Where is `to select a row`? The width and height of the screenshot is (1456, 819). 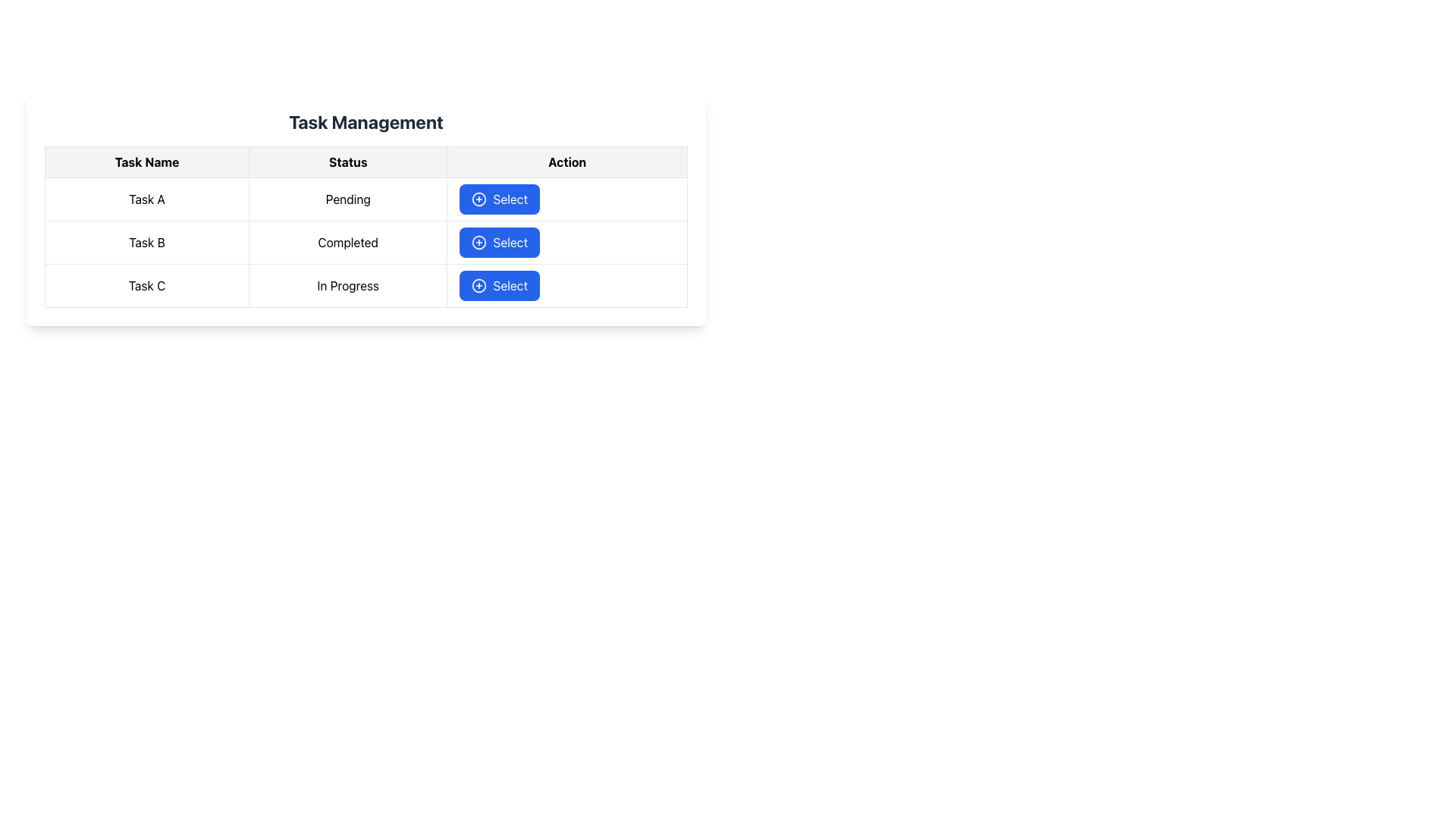
to select a row is located at coordinates (366, 242).